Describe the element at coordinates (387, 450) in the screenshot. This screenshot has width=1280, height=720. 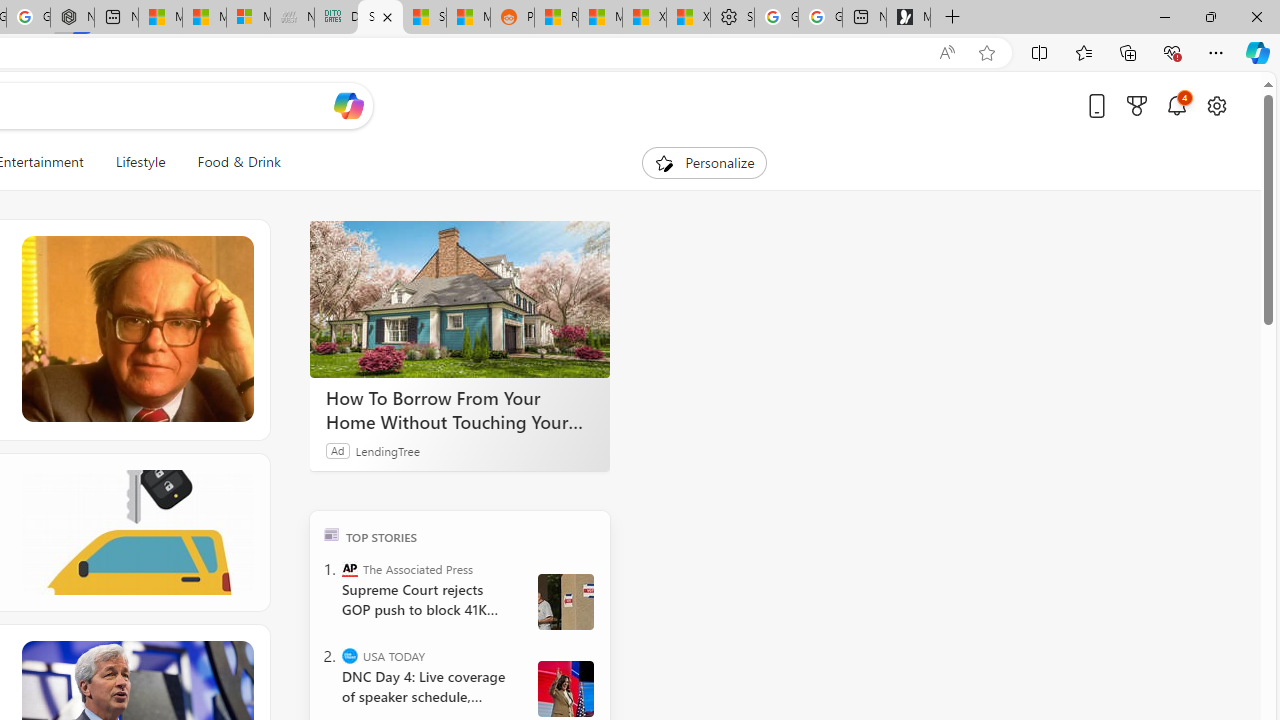
I see `'LendingTree'` at that location.